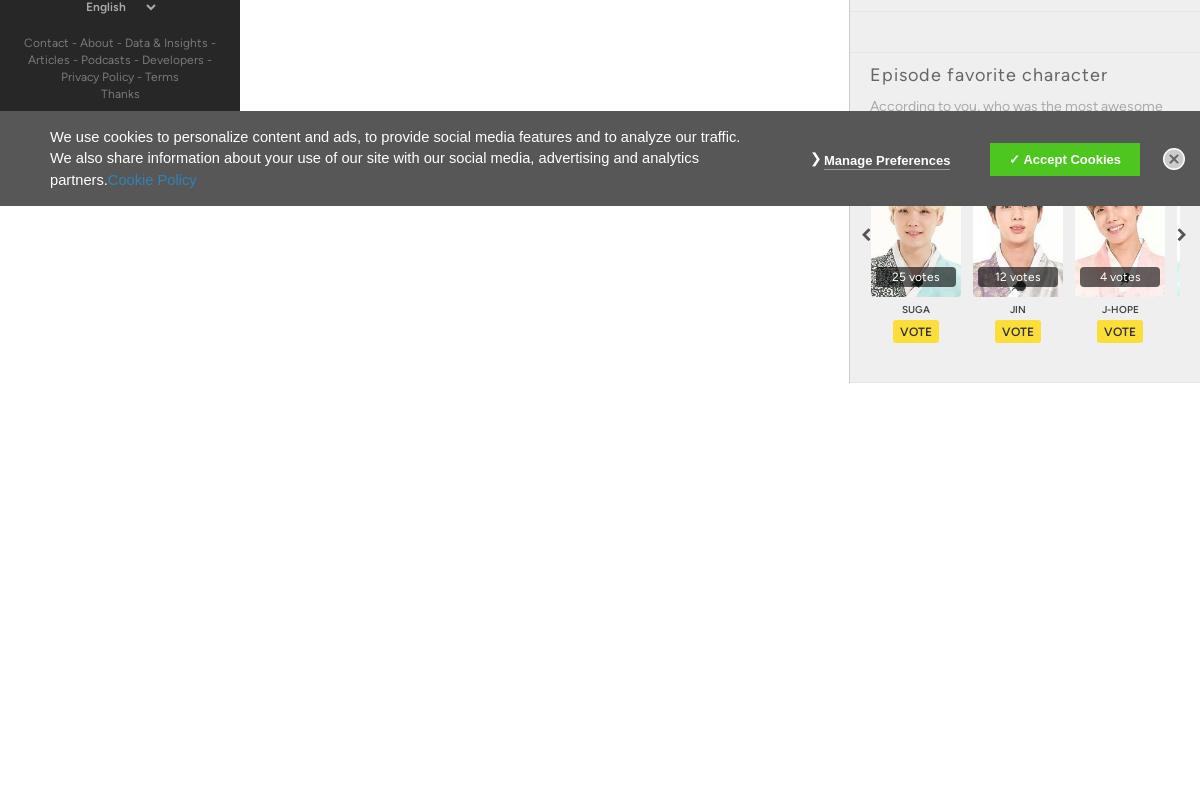 The image size is (1200, 794). Describe the element at coordinates (1010, 309) in the screenshot. I see `'Jin'` at that location.